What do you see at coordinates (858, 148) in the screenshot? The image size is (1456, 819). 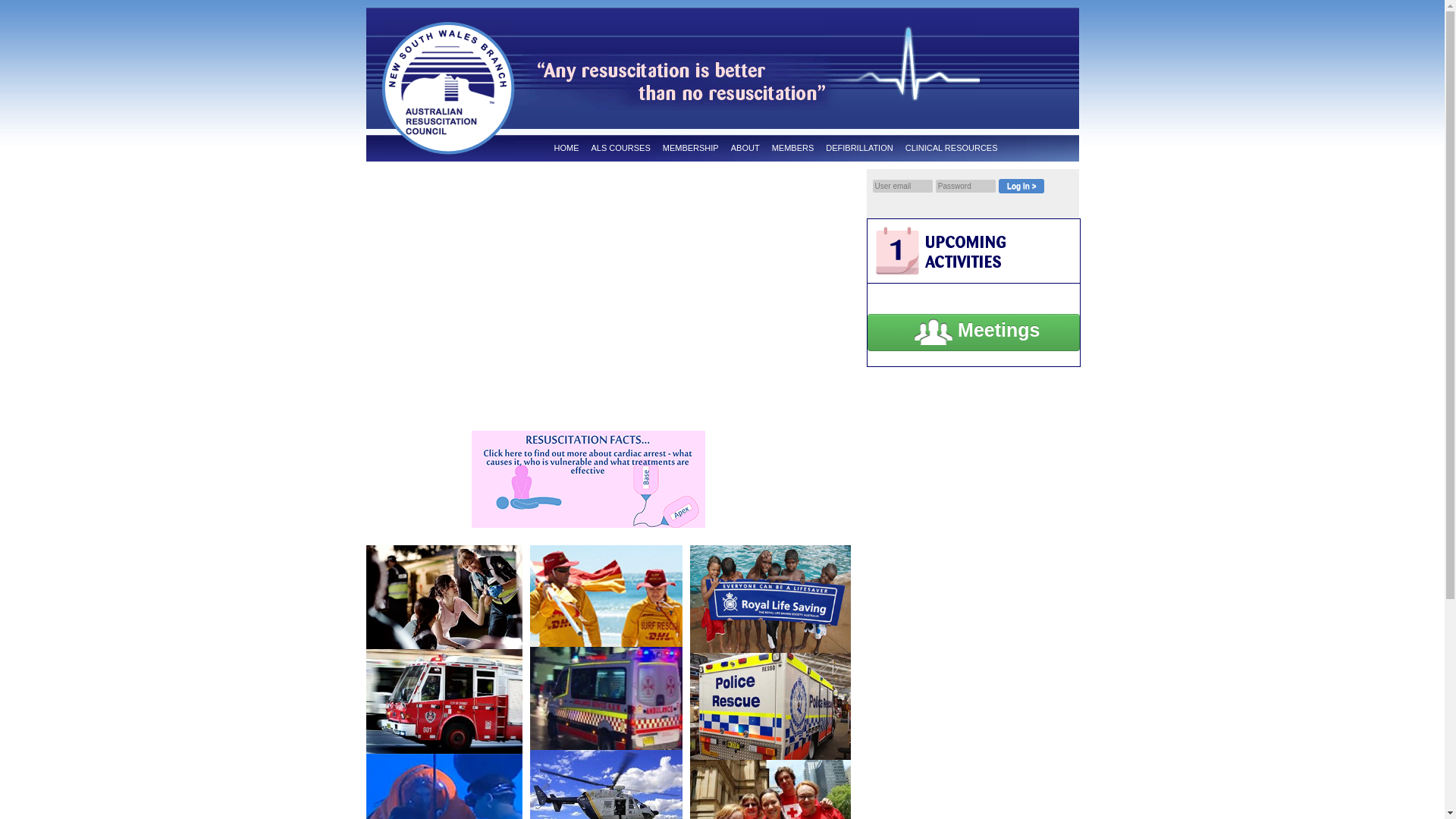 I see `'DEFIBRILLATION'` at bounding box center [858, 148].